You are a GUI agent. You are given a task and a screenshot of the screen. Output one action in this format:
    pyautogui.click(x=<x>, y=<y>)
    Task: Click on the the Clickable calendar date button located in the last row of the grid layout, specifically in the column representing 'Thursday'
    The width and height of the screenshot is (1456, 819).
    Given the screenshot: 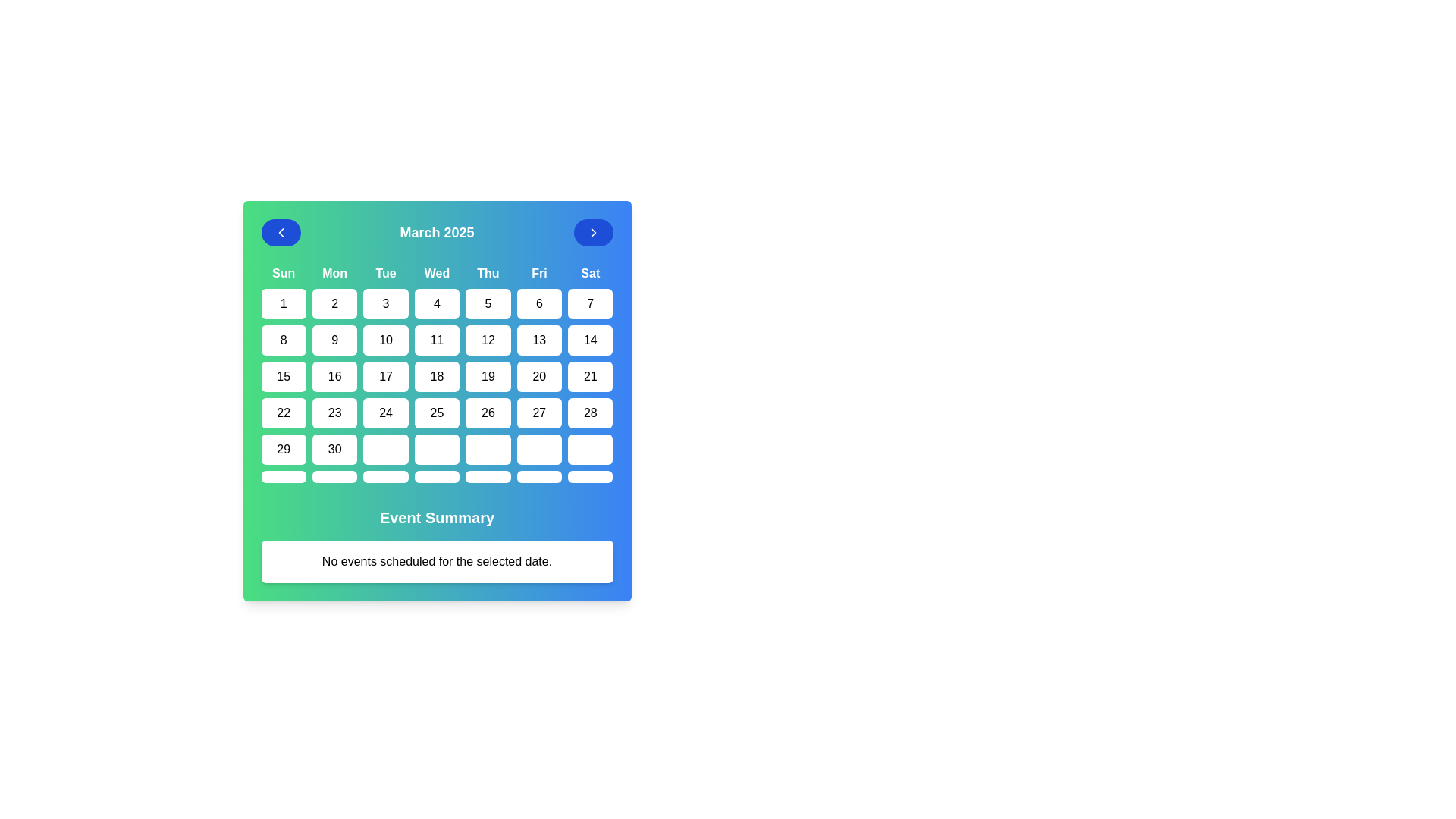 What is the action you would take?
    pyautogui.click(x=488, y=475)
    